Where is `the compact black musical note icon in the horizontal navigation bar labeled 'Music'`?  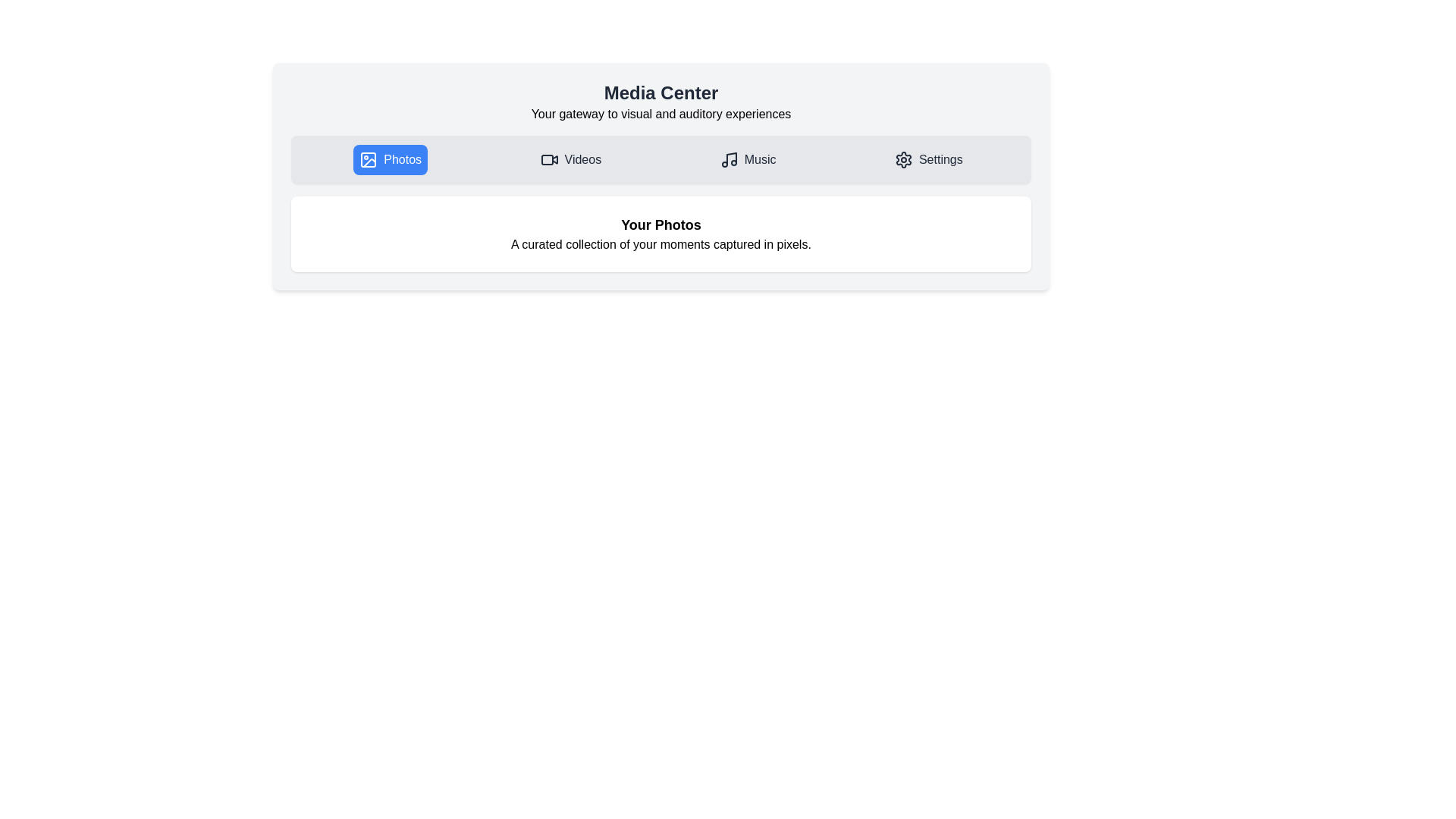 the compact black musical note icon in the horizontal navigation bar labeled 'Music' is located at coordinates (729, 160).